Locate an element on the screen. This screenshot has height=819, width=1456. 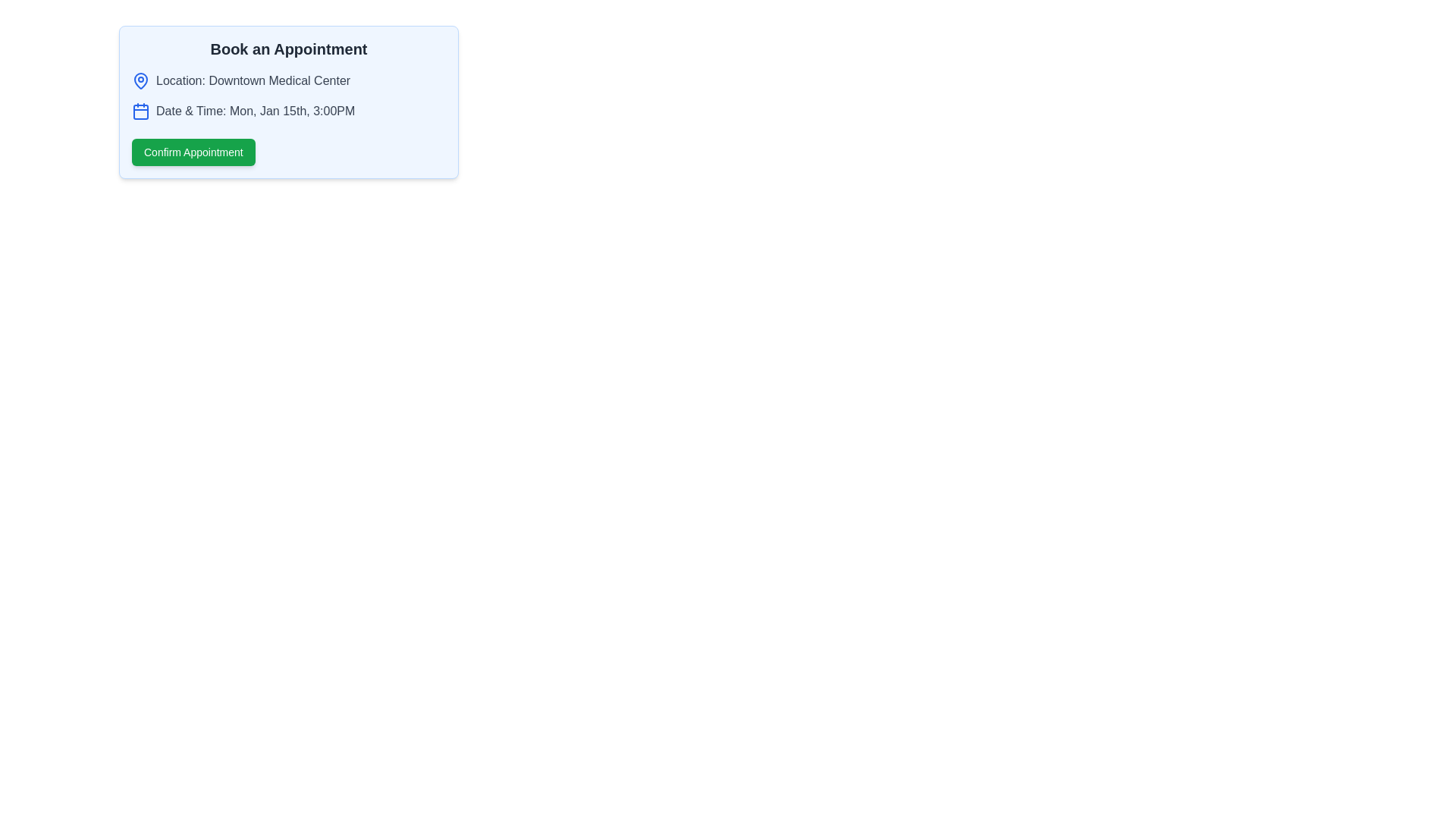
the outer border of the map pin icon, which is part of the SVG icon located to the left of the text label 'Location: Downtown Medical Center' in the 'Book an Appointment' card layout is located at coordinates (141, 80).